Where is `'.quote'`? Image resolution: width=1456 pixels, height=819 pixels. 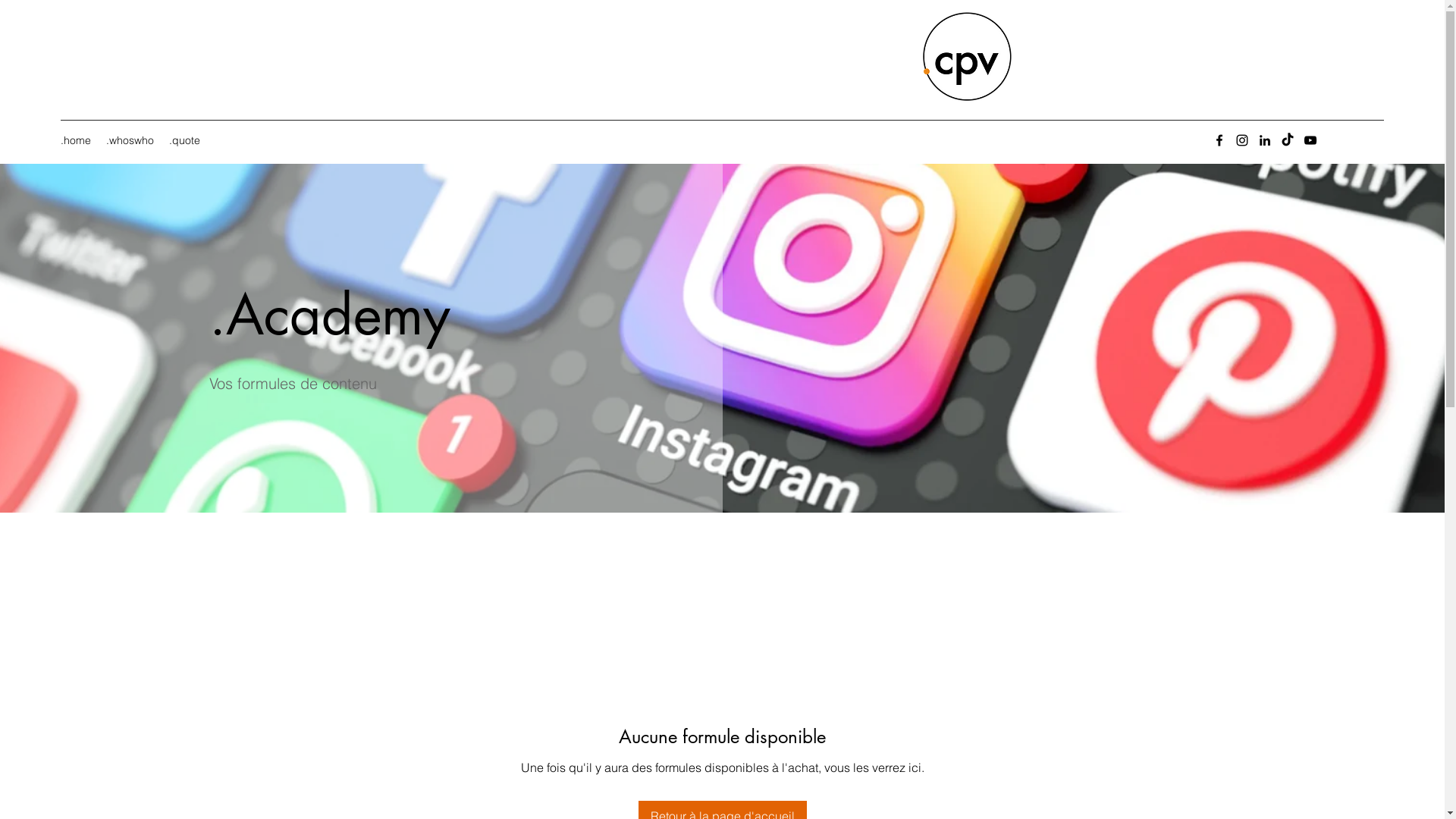
'.quote' is located at coordinates (184, 140).